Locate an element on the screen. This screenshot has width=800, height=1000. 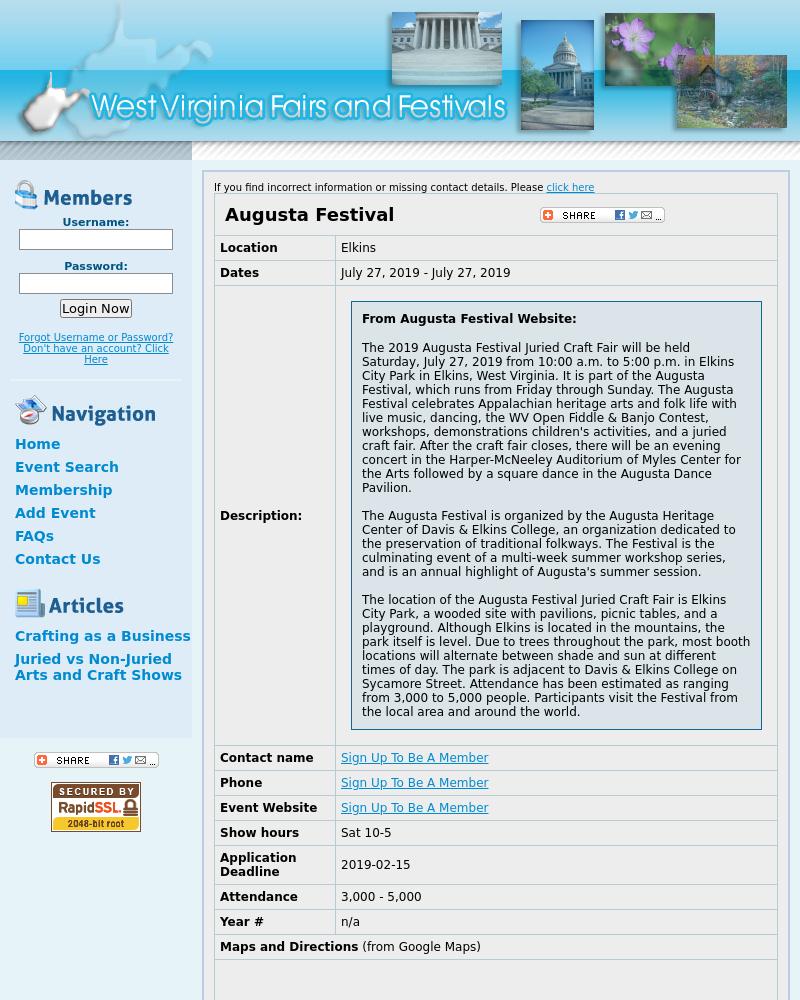
'Elkins' is located at coordinates (358, 247).